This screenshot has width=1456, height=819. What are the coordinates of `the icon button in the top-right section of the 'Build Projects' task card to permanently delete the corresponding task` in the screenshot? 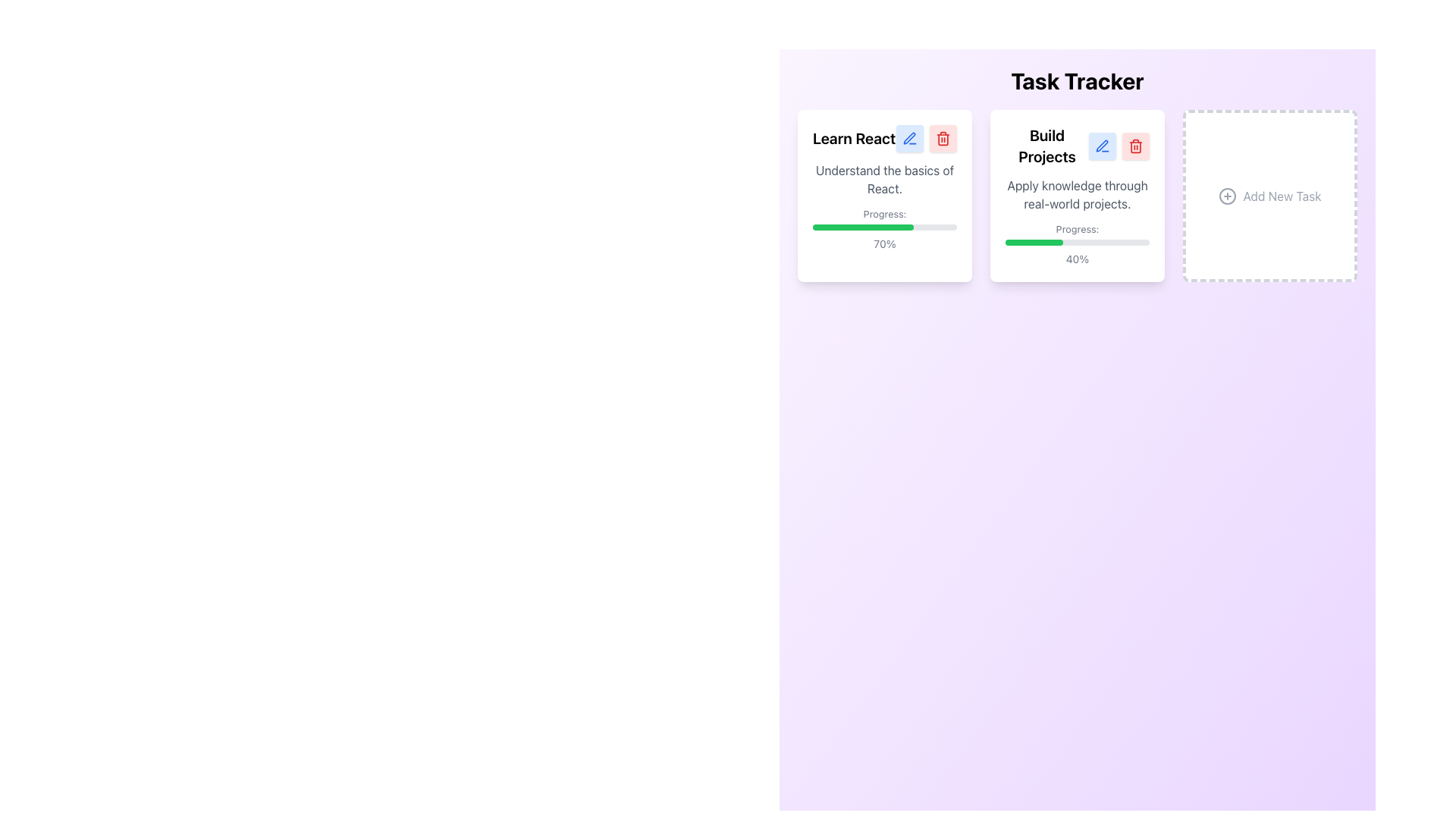 It's located at (1135, 146).